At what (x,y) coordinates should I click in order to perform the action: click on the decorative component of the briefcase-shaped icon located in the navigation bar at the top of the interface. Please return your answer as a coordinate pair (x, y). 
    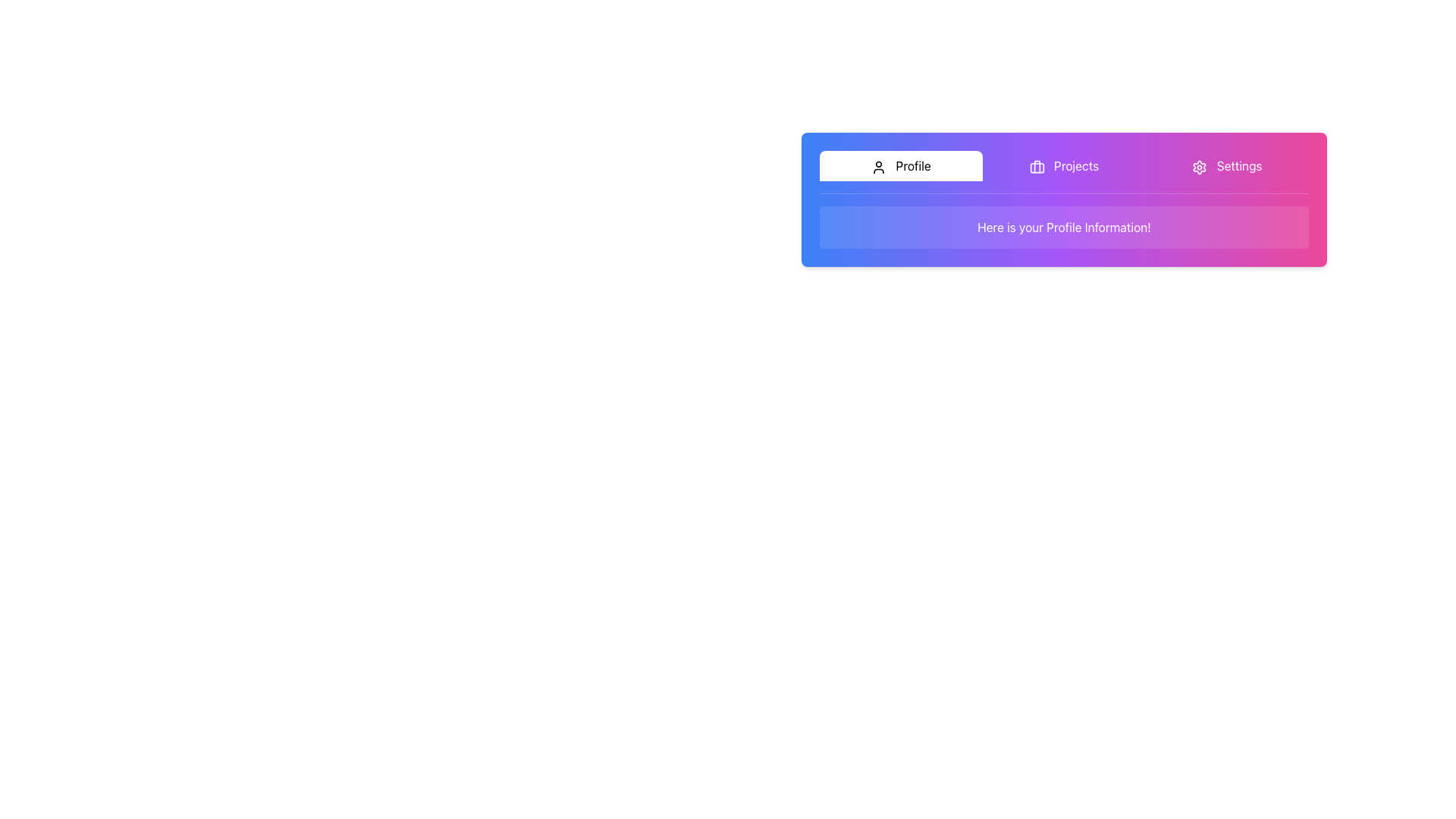
    Looking at the image, I should click on (1036, 168).